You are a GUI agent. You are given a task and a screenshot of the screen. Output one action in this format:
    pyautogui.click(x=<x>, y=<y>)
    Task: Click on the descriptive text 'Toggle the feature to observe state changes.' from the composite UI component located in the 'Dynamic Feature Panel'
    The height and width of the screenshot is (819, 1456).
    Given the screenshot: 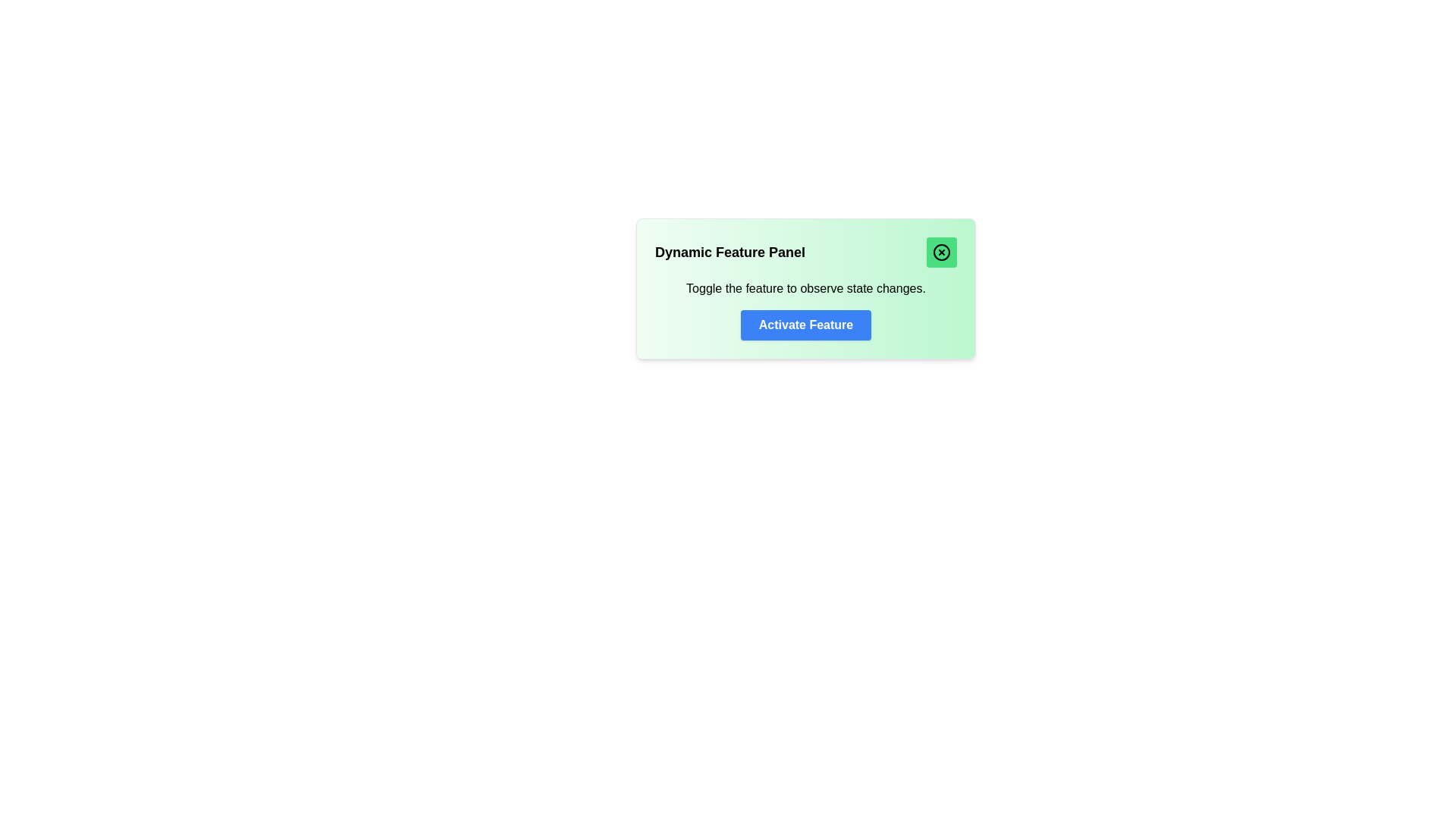 What is the action you would take?
    pyautogui.click(x=805, y=309)
    